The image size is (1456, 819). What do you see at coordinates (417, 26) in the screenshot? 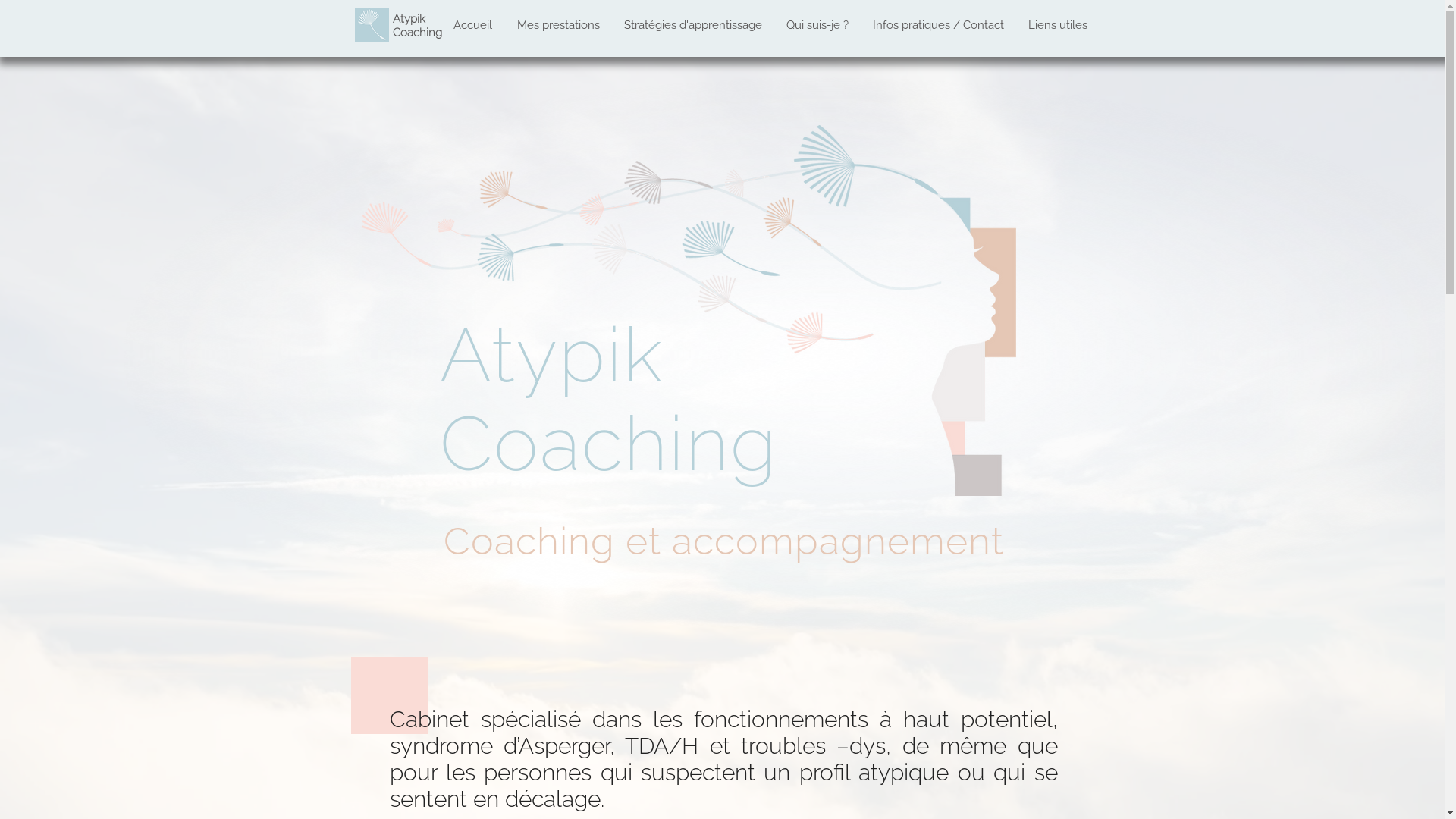
I see `'Atypik` at bounding box center [417, 26].